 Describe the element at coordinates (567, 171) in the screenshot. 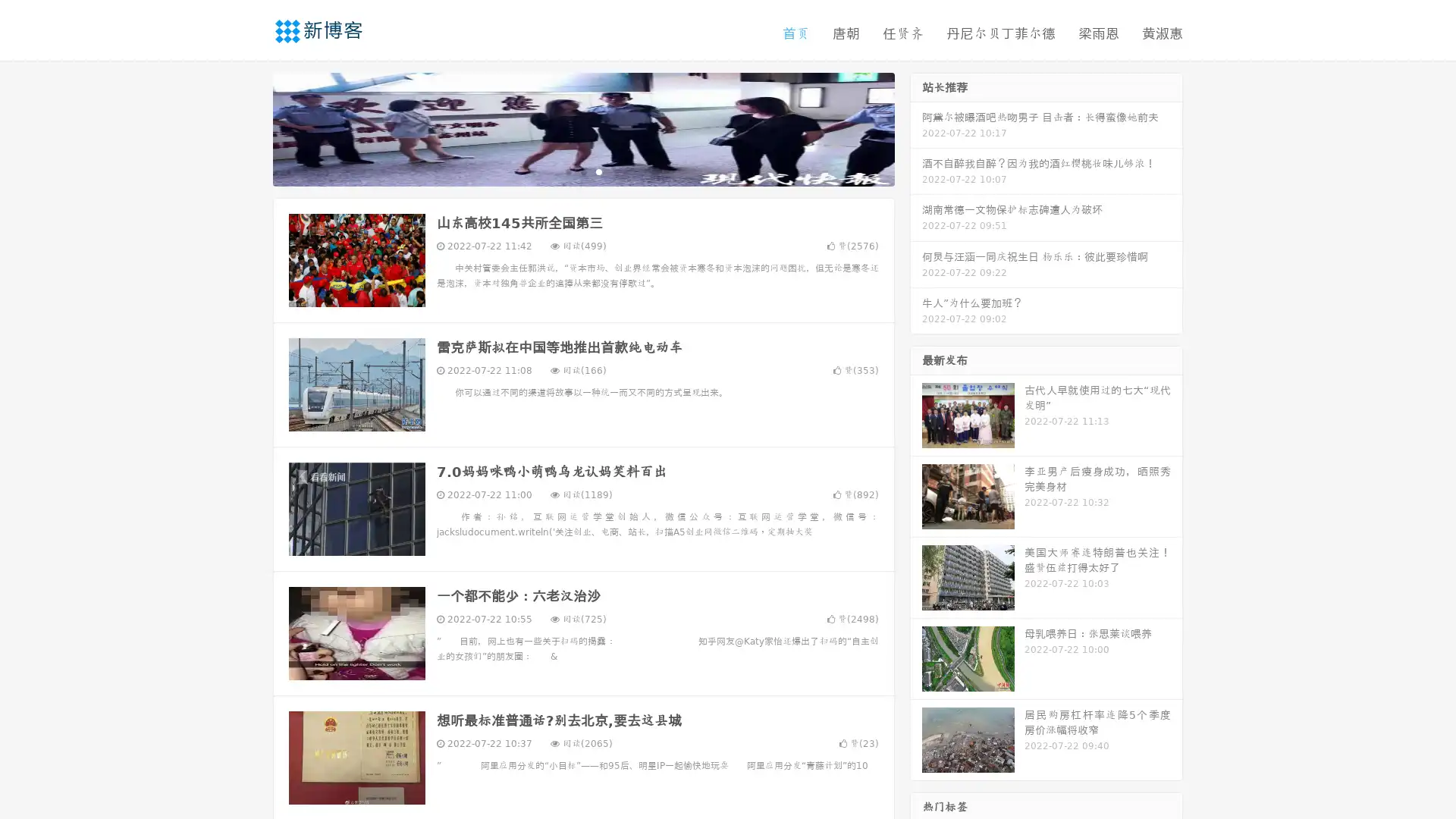

I see `Go to slide 1` at that location.